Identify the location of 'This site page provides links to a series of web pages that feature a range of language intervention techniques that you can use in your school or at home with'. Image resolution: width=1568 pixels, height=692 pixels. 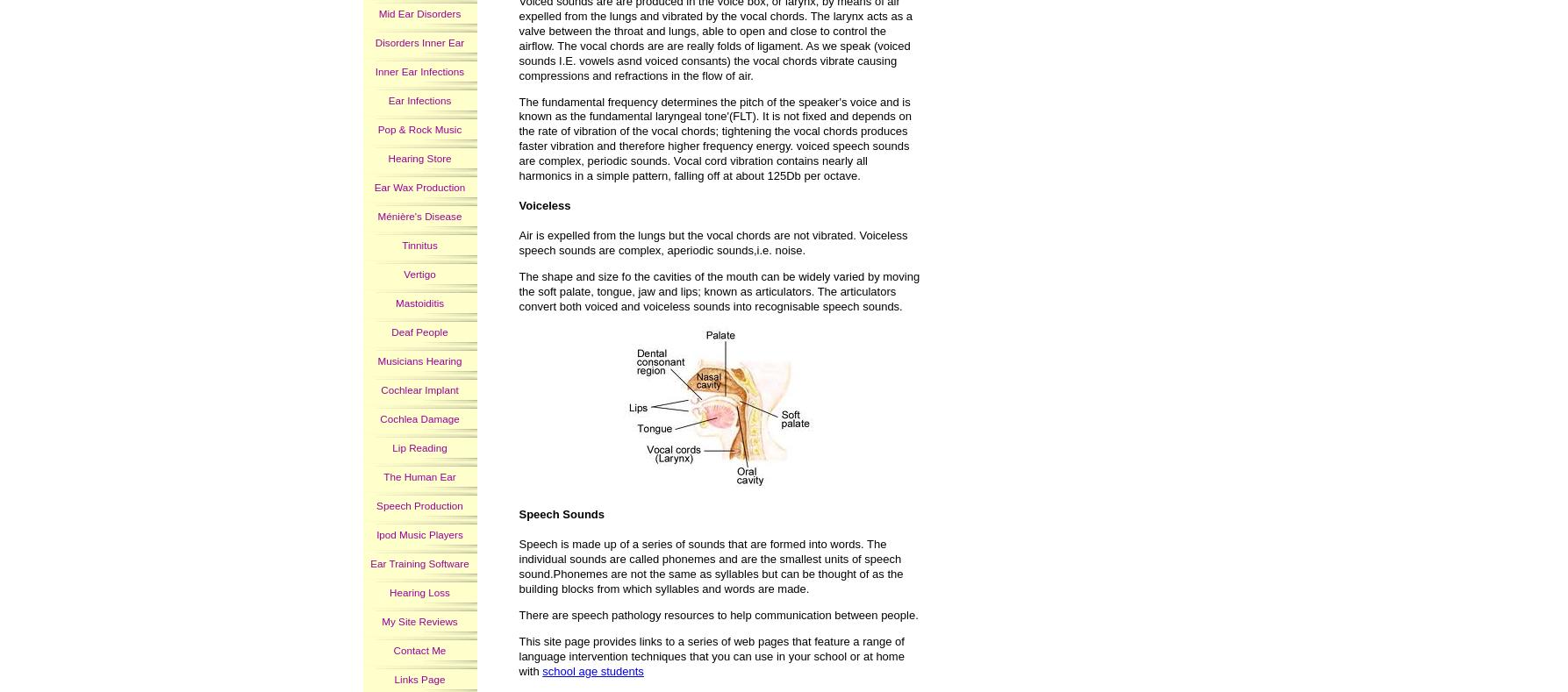
(711, 655).